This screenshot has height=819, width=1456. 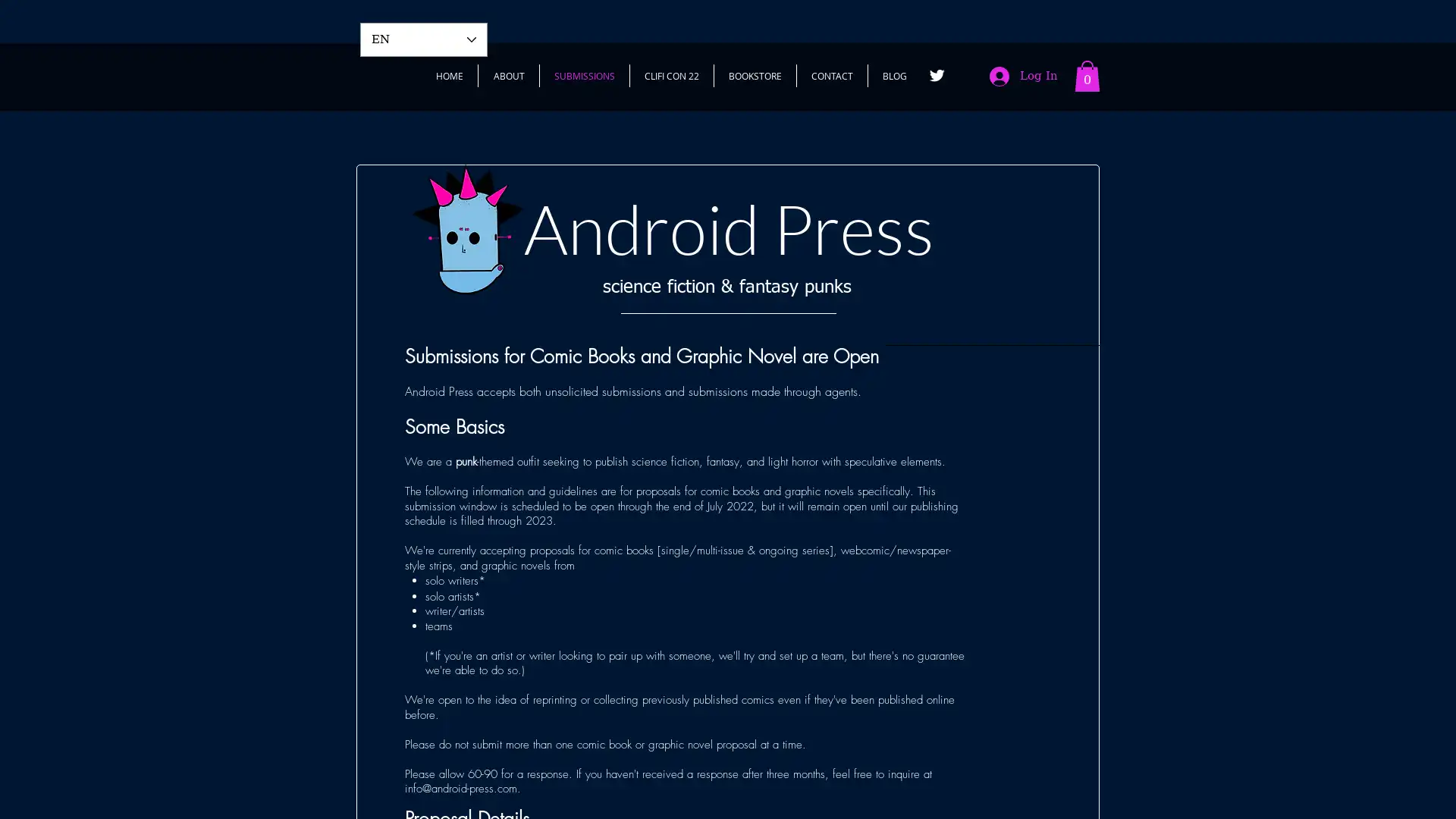 What do you see at coordinates (1087, 76) in the screenshot?
I see `Cart with 0 items` at bounding box center [1087, 76].